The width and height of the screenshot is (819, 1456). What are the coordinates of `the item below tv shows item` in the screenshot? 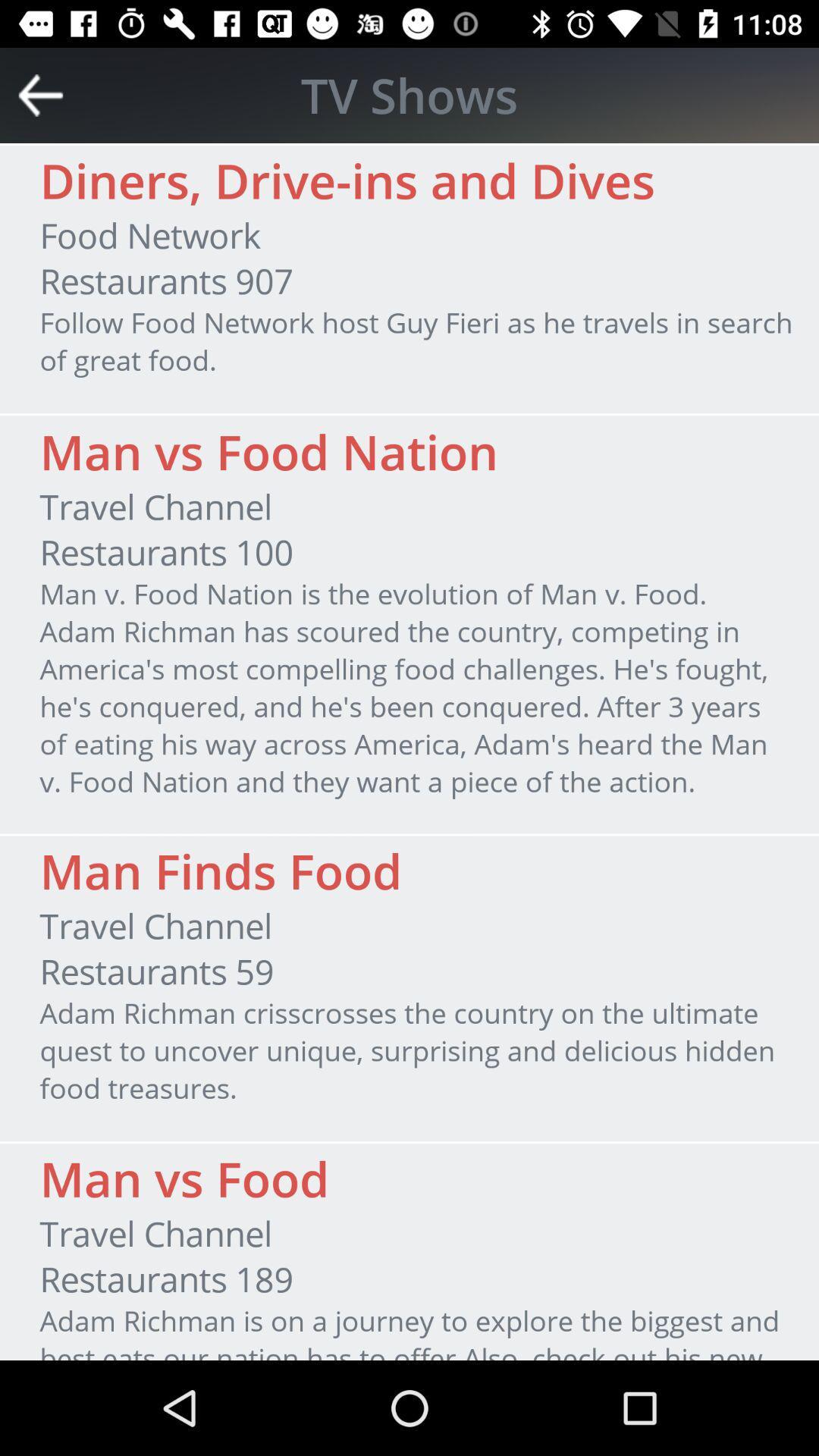 It's located at (347, 180).